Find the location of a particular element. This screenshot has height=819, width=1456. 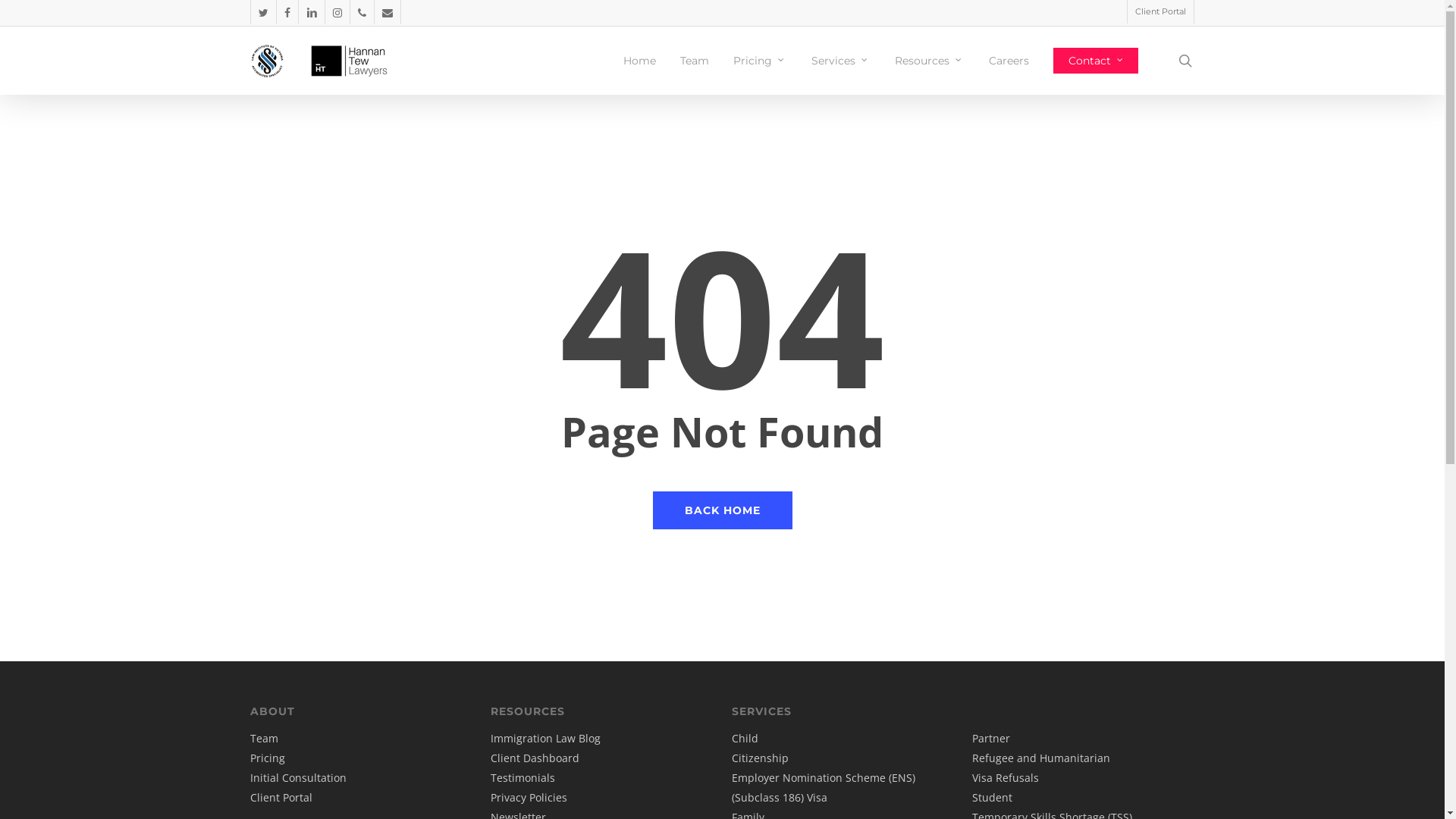

'Phone' is located at coordinates (348, 11).